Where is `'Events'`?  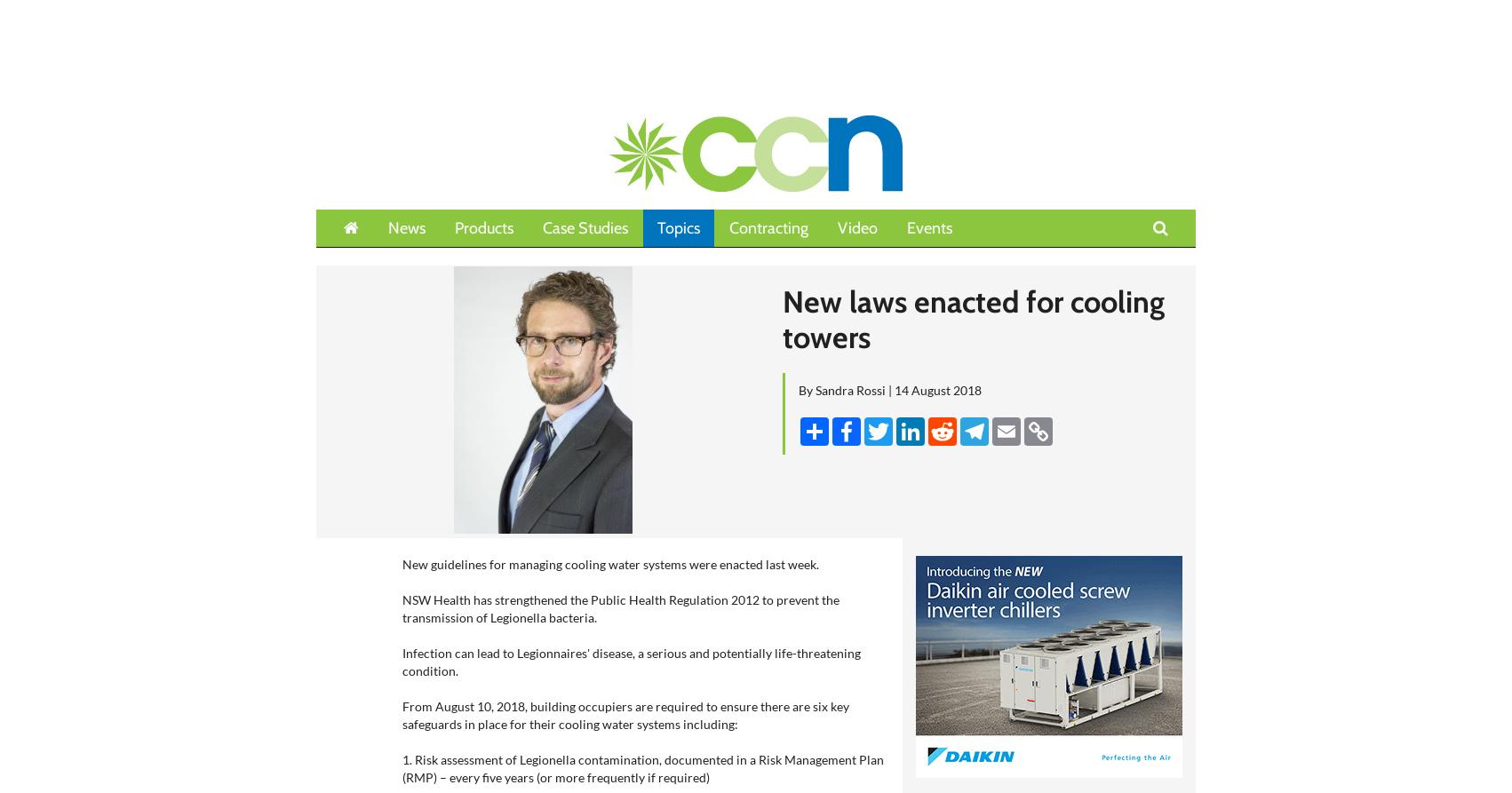
'Events' is located at coordinates (928, 227).